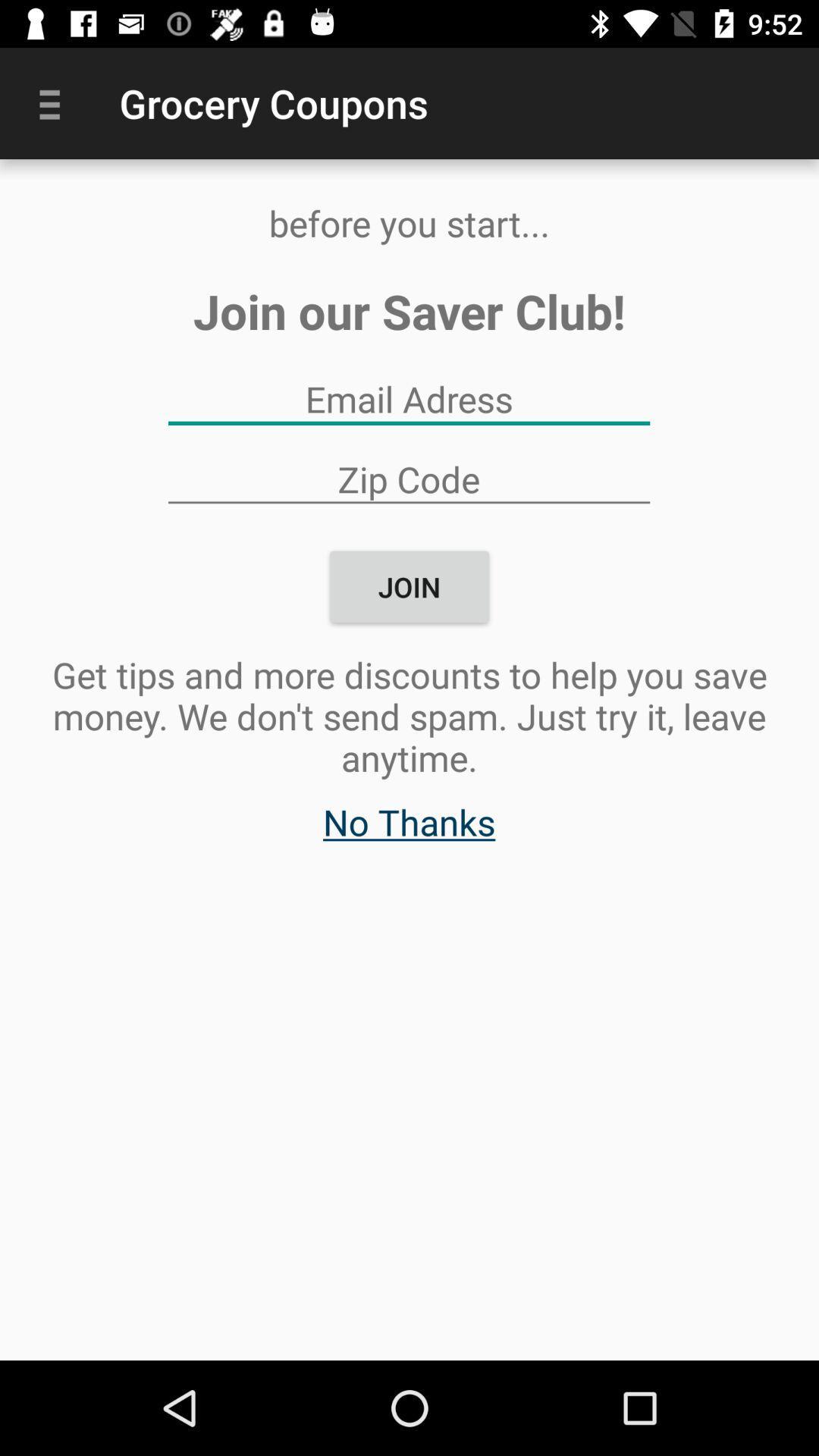 This screenshot has width=819, height=1456. I want to click on the app below the get tips and item, so click(408, 829).